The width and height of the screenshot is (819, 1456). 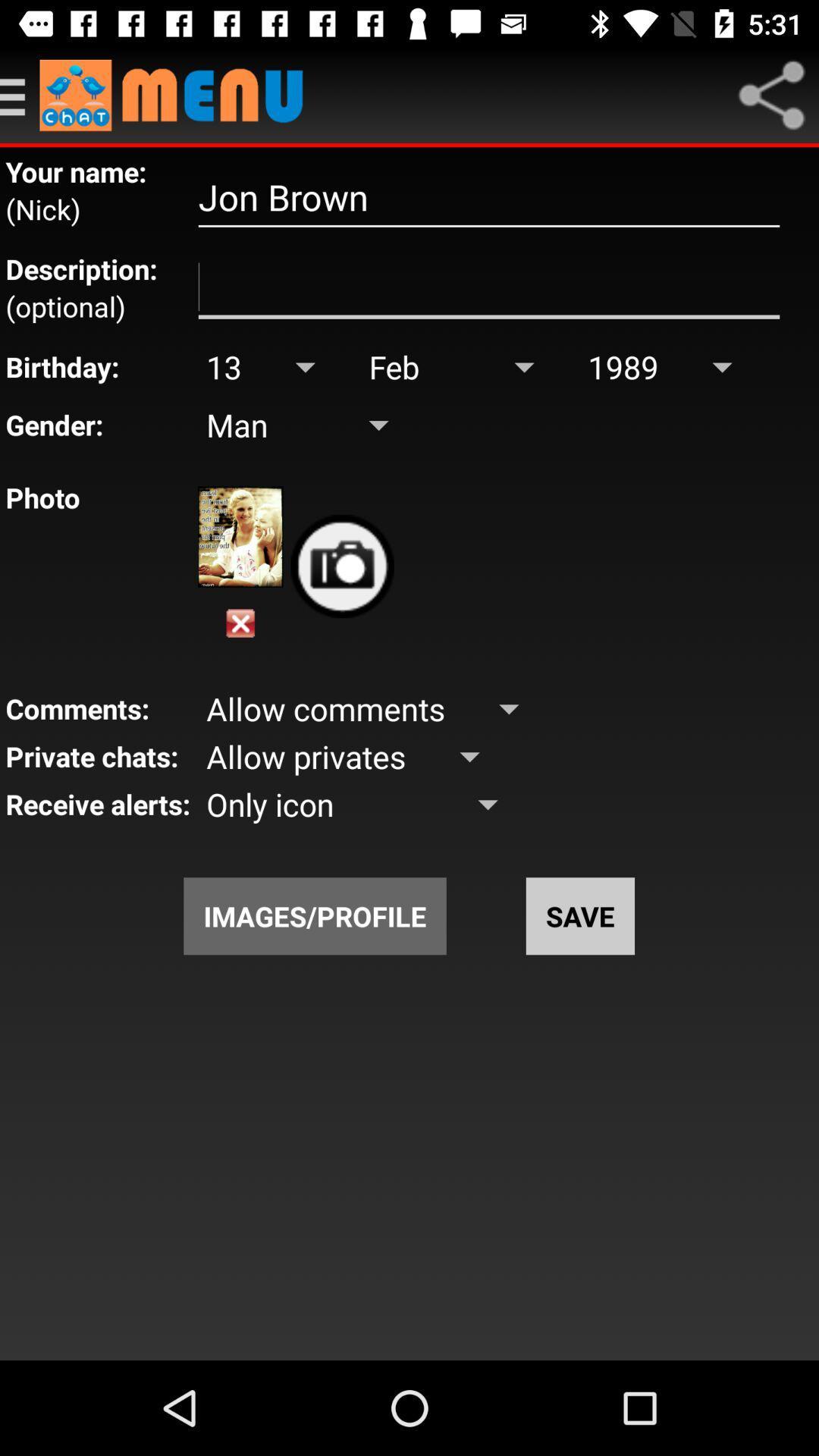 What do you see at coordinates (178, 94) in the screenshot?
I see `home page` at bounding box center [178, 94].